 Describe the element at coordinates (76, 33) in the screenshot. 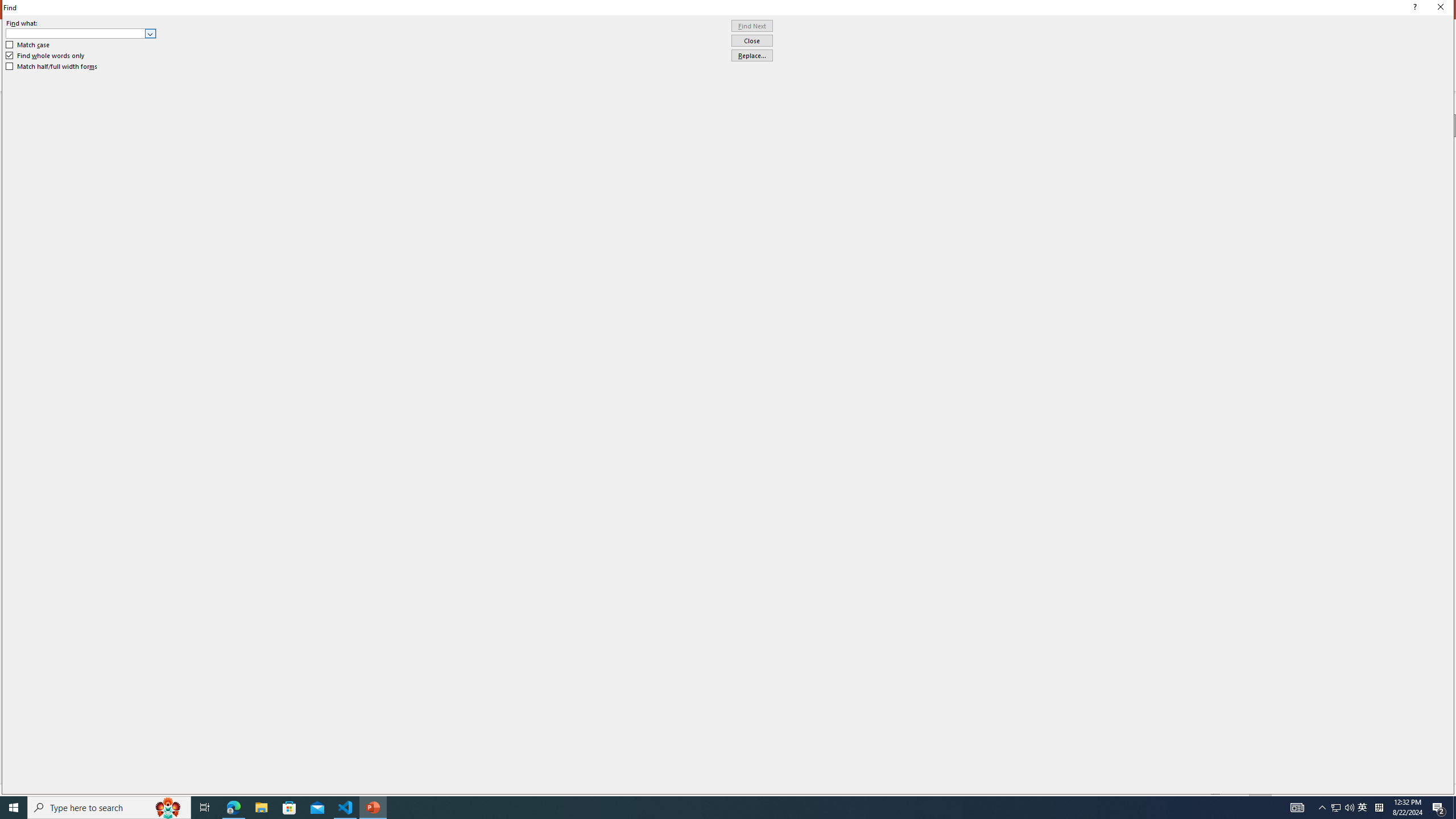

I see `'Find what'` at that location.